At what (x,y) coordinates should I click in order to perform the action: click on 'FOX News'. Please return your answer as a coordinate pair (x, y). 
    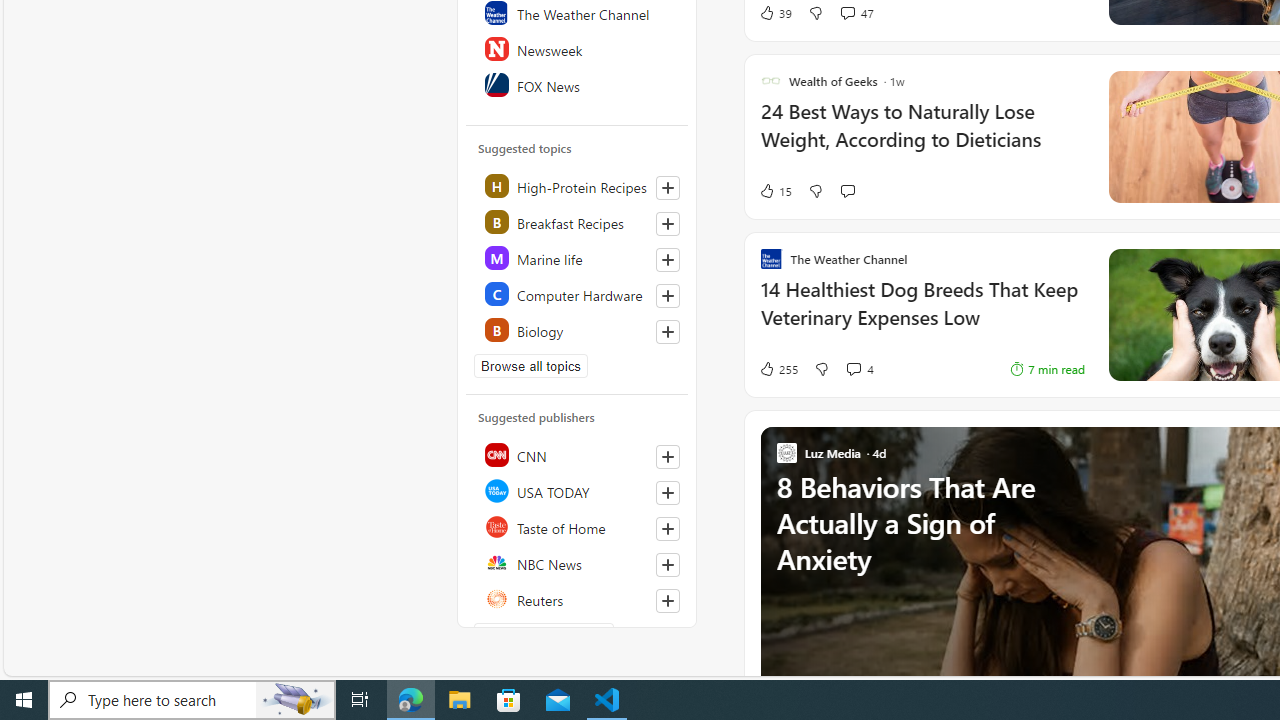
    Looking at the image, I should click on (577, 83).